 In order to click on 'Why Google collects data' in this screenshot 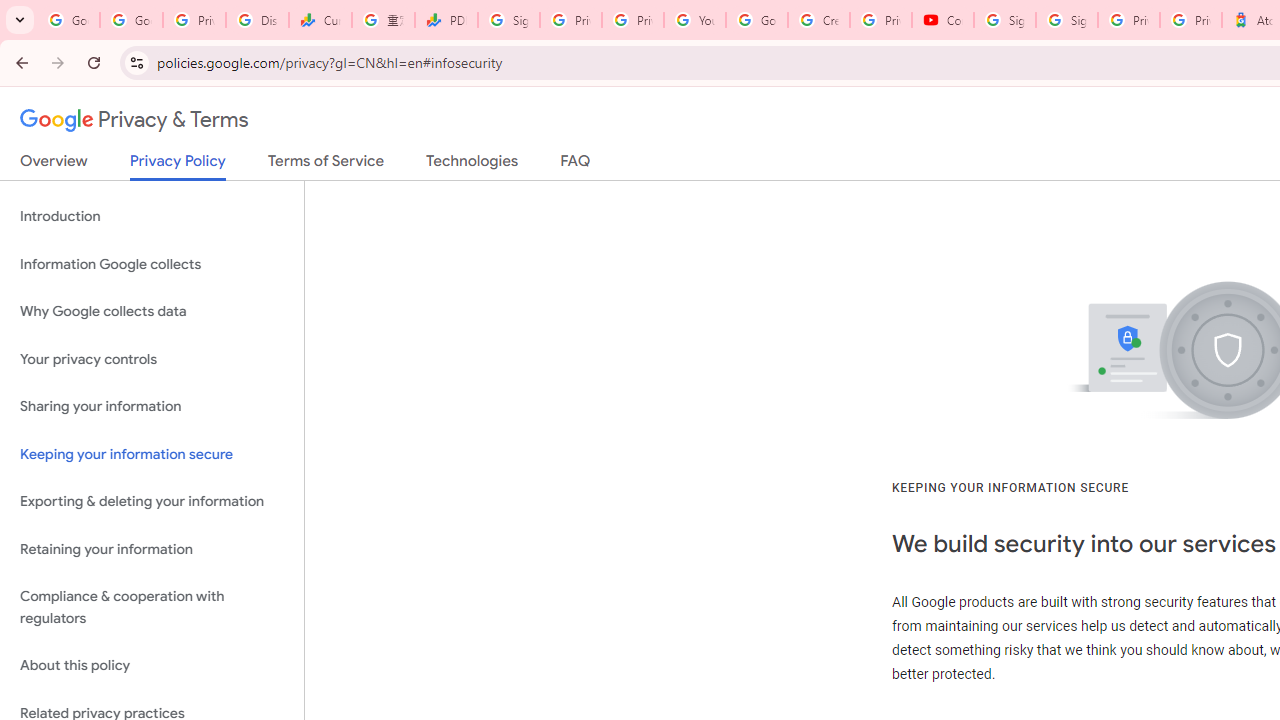, I will do `click(151, 312)`.